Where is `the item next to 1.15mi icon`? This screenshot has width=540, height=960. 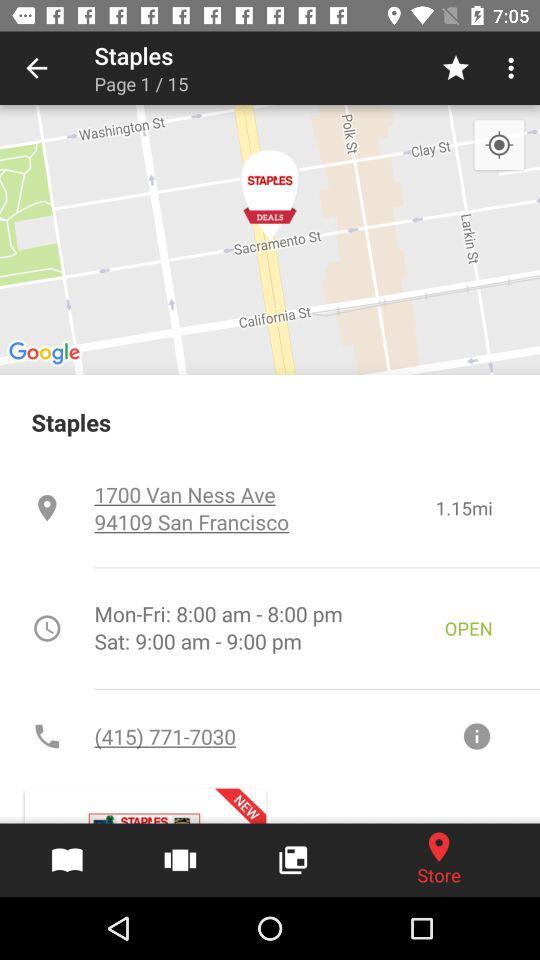 the item next to 1.15mi icon is located at coordinates (265, 507).